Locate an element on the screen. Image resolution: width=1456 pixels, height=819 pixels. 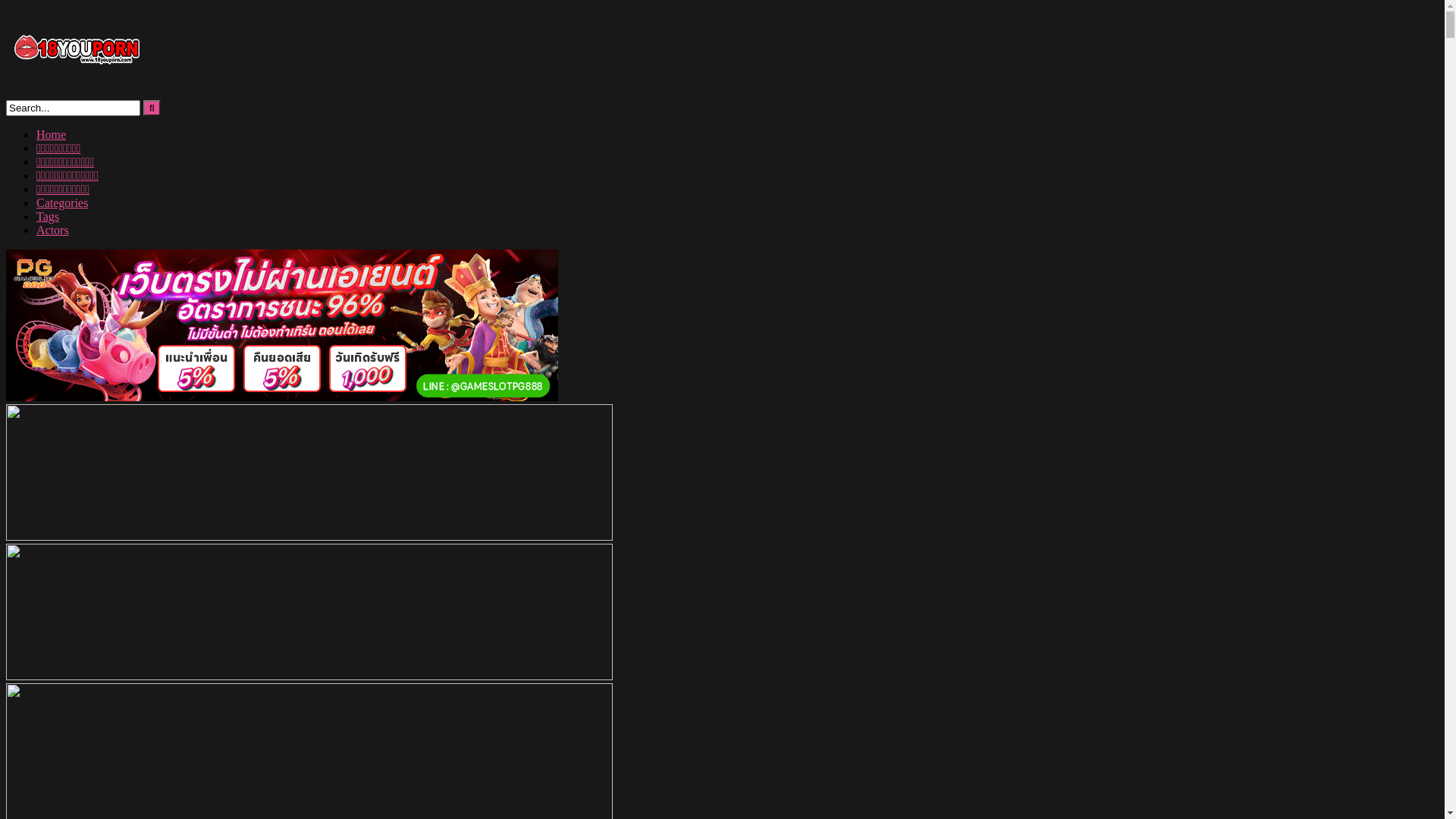
'Home' is located at coordinates (51, 133).